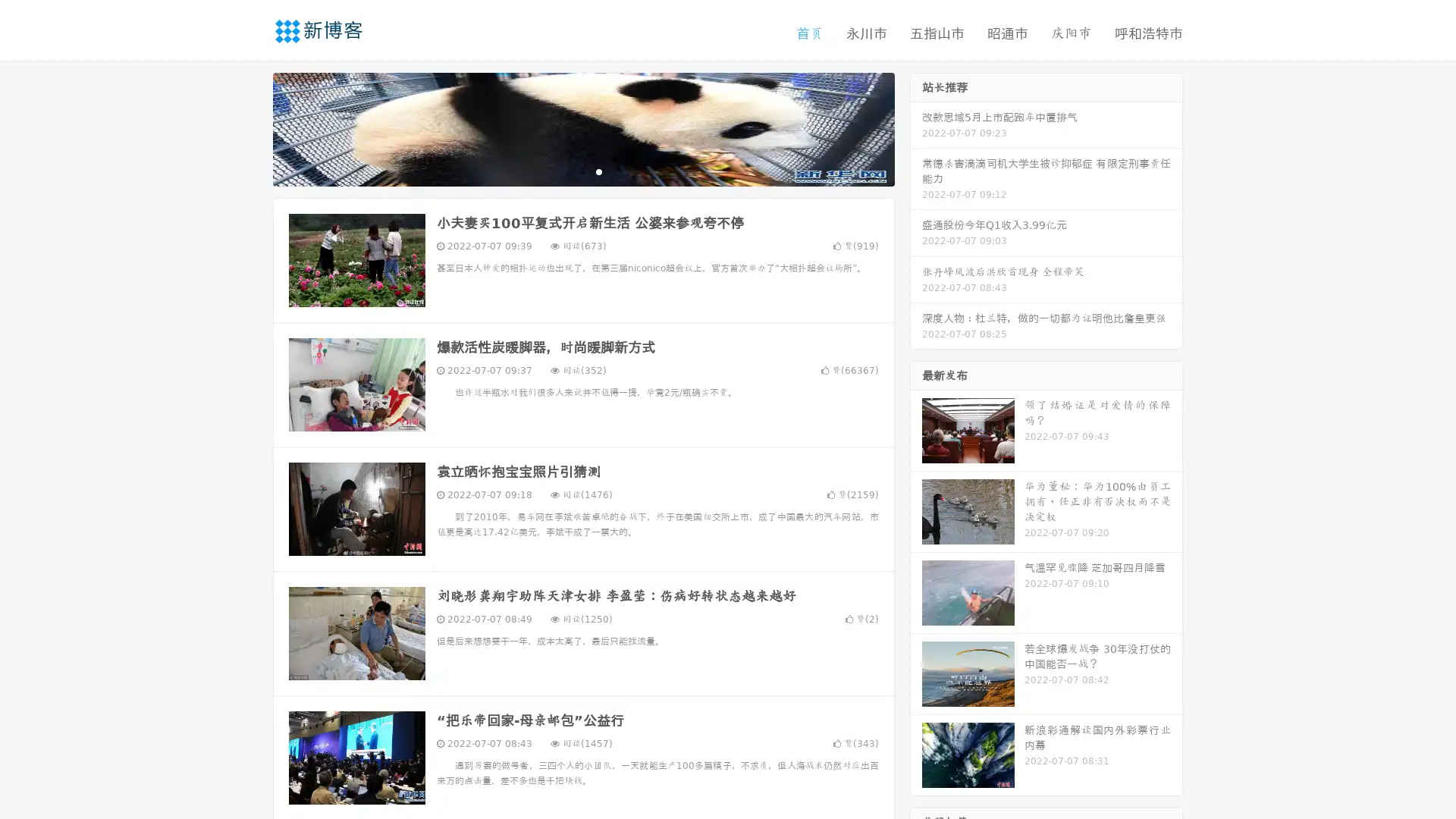  What do you see at coordinates (567, 171) in the screenshot?
I see `Go to slide 1` at bounding box center [567, 171].